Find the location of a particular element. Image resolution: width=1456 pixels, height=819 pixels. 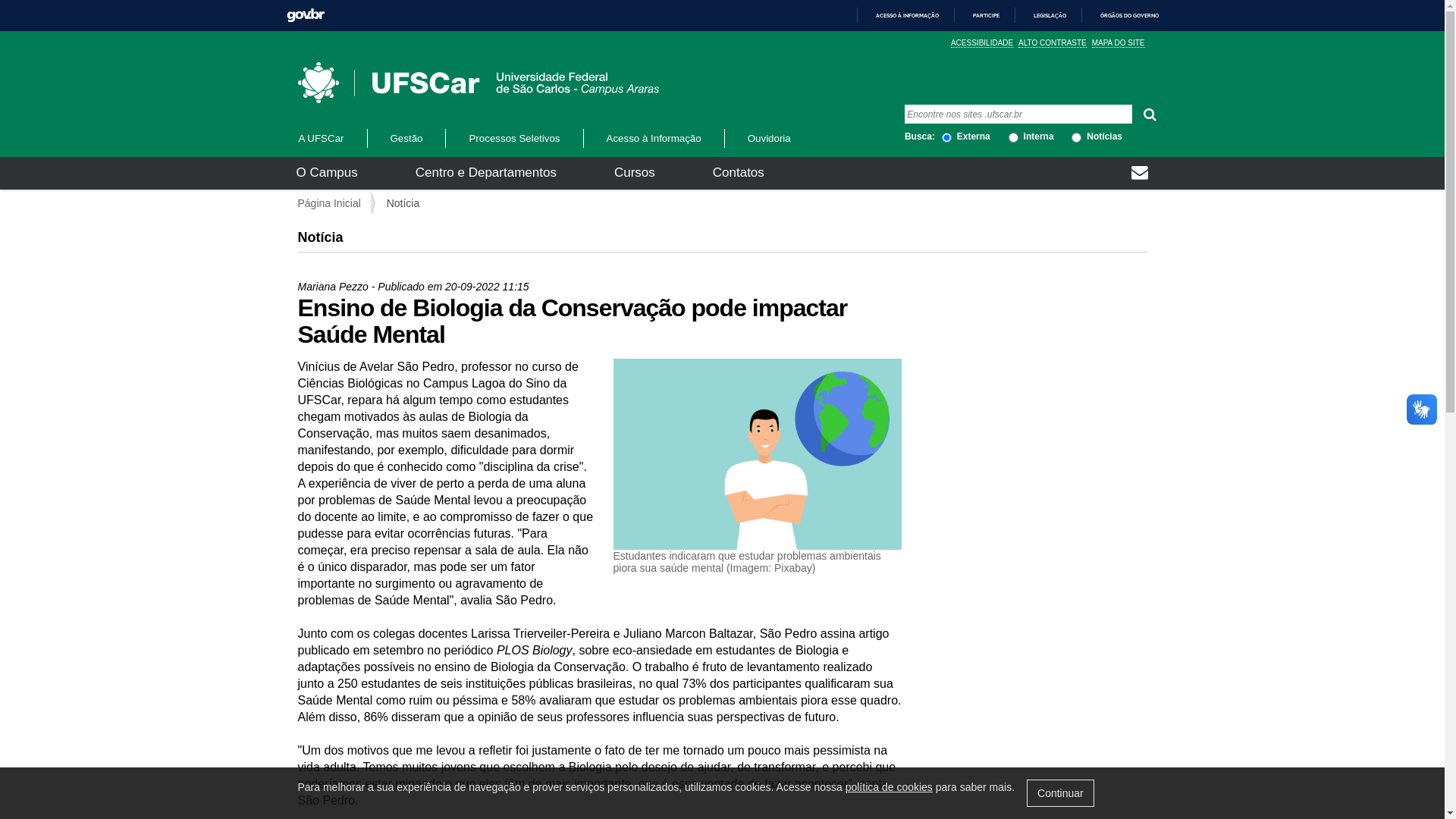

'ACESSIBILIDADE' is located at coordinates (982, 42).